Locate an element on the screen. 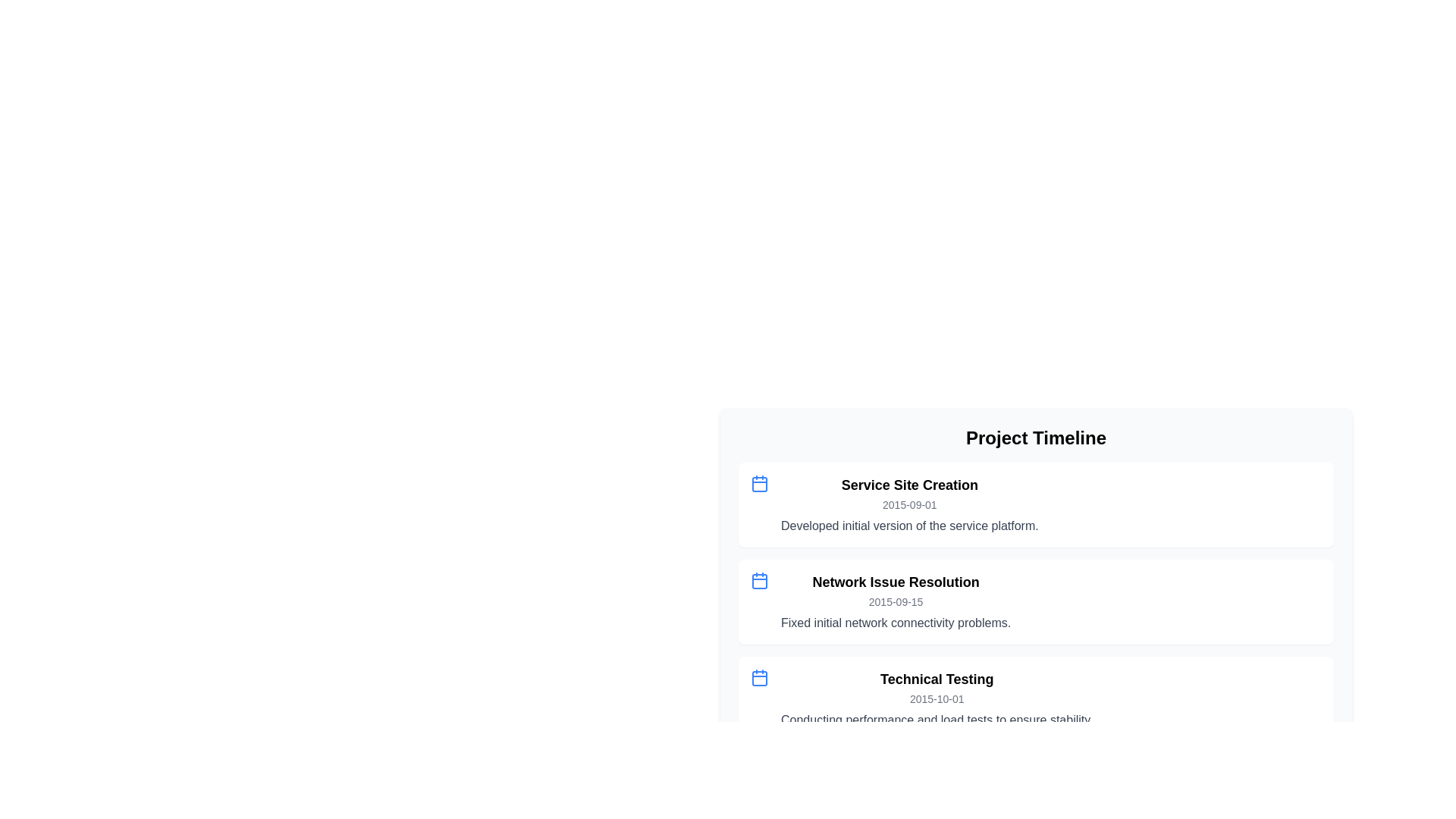 This screenshot has height=819, width=1456. the informative card displaying details about a milestone or event in the 'Project Timeline' section is located at coordinates (909, 505).